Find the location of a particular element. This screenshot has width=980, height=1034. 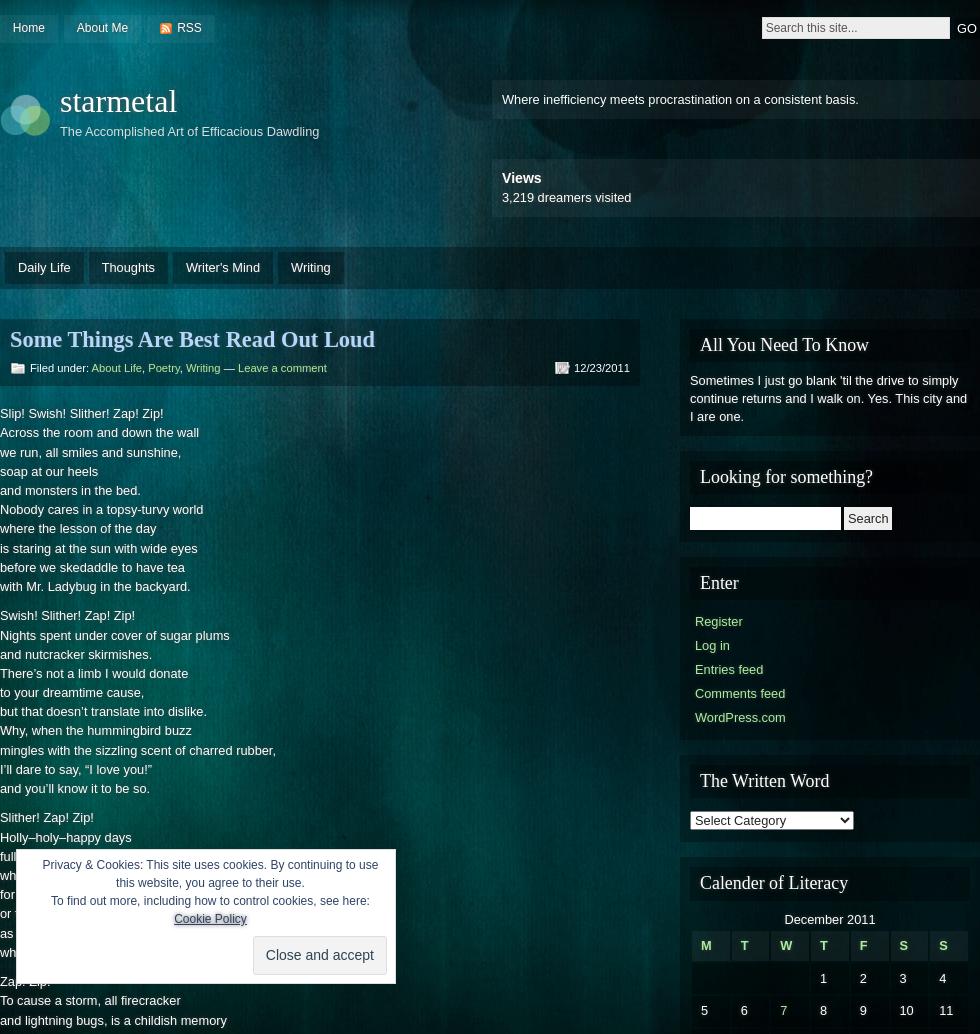

'6' is located at coordinates (743, 1009).